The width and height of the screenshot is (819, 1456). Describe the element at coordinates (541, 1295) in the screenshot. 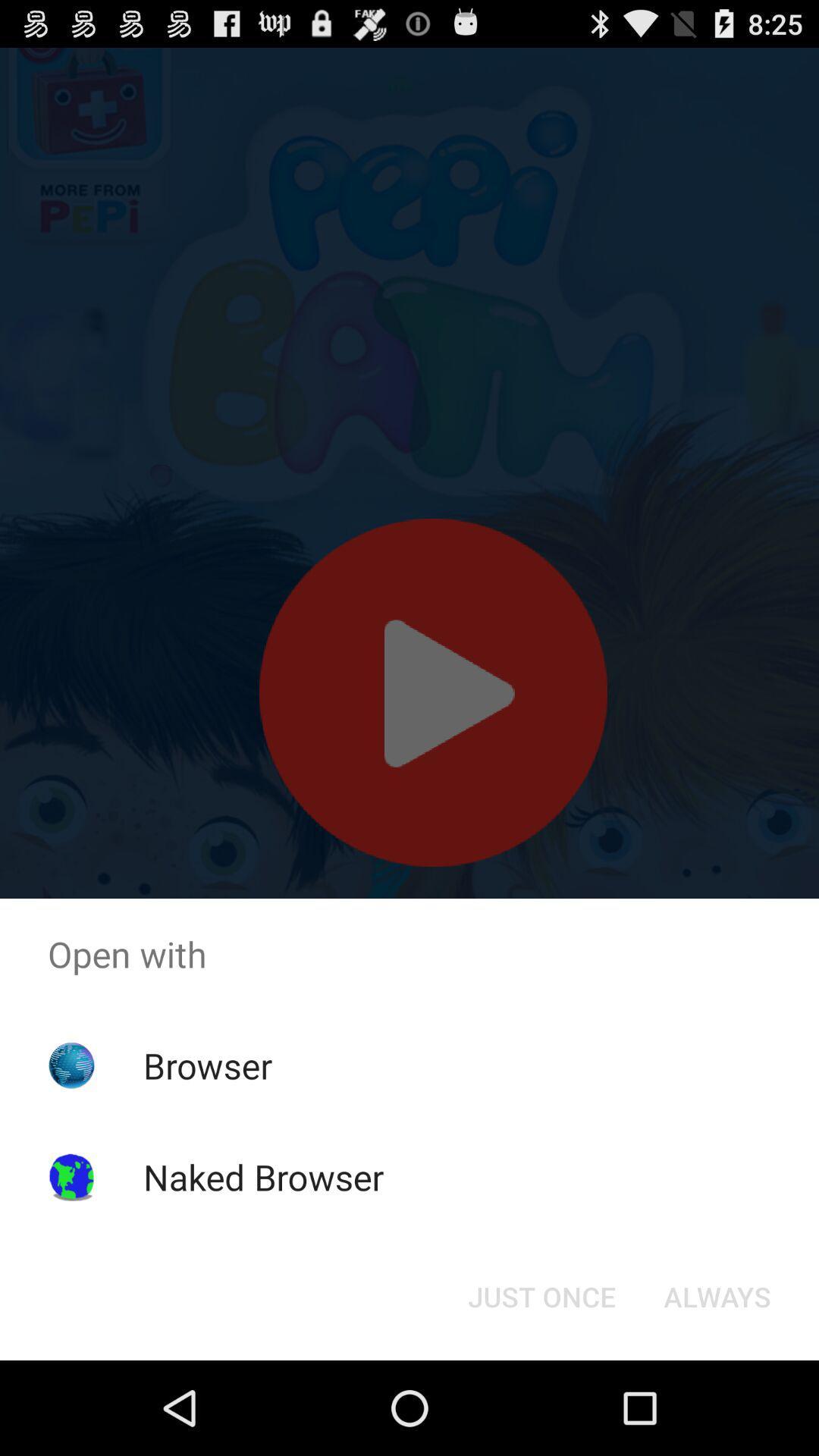

I see `button at the bottom` at that location.